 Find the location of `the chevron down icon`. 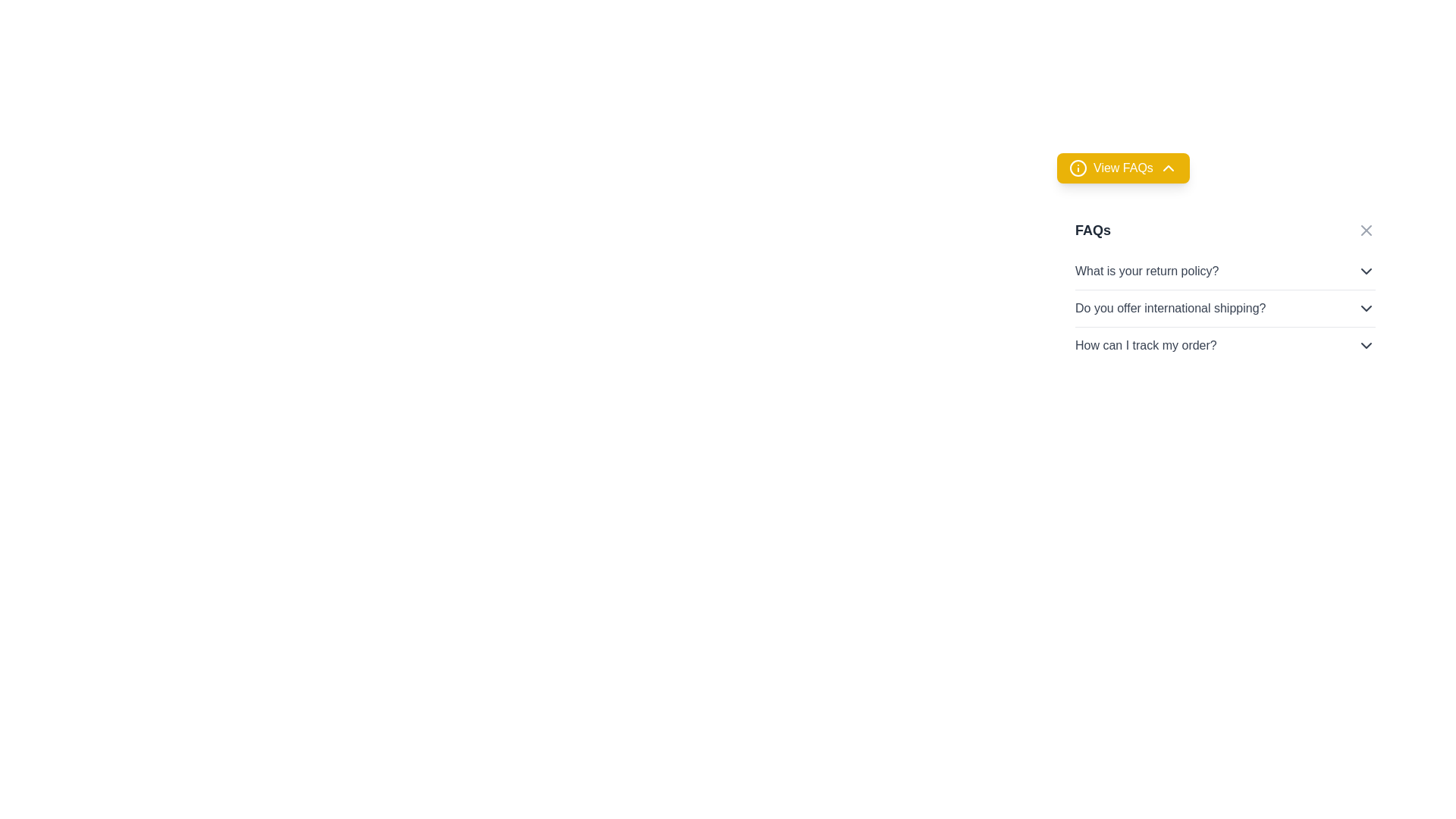

the chevron down icon is located at coordinates (1366, 271).